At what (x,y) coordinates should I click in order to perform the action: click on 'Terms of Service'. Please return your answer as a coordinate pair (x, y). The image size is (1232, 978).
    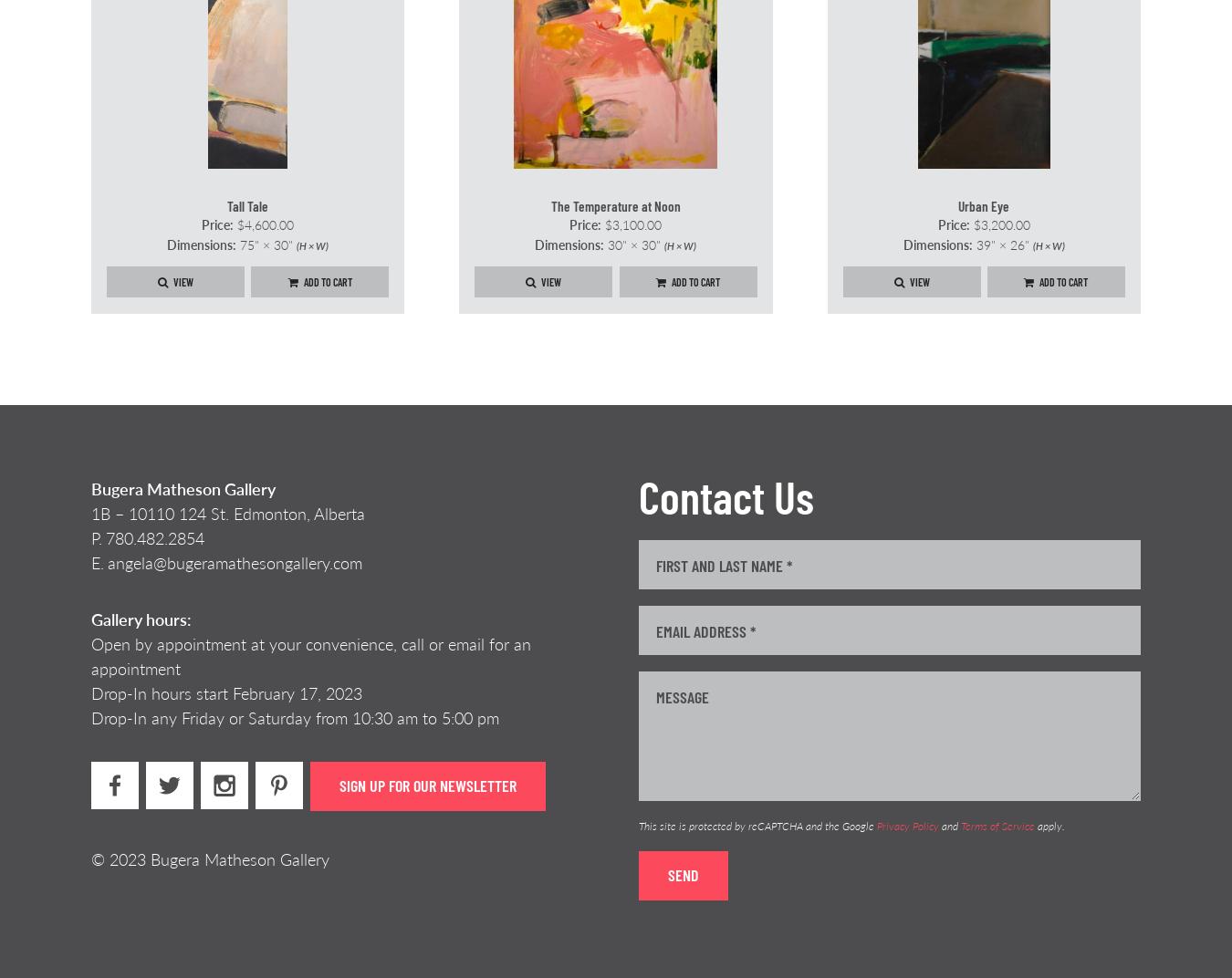
    Looking at the image, I should click on (961, 826).